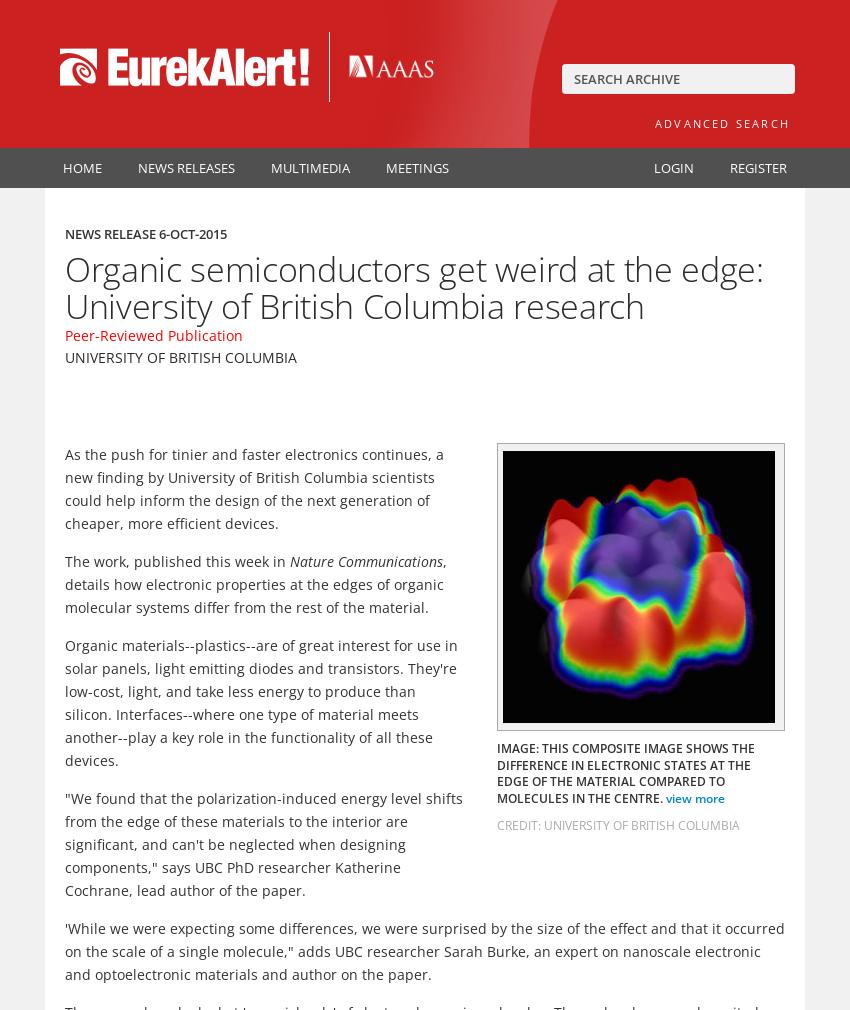 The image size is (850, 1010). What do you see at coordinates (653, 165) in the screenshot?
I see `'Login'` at bounding box center [653, 165].